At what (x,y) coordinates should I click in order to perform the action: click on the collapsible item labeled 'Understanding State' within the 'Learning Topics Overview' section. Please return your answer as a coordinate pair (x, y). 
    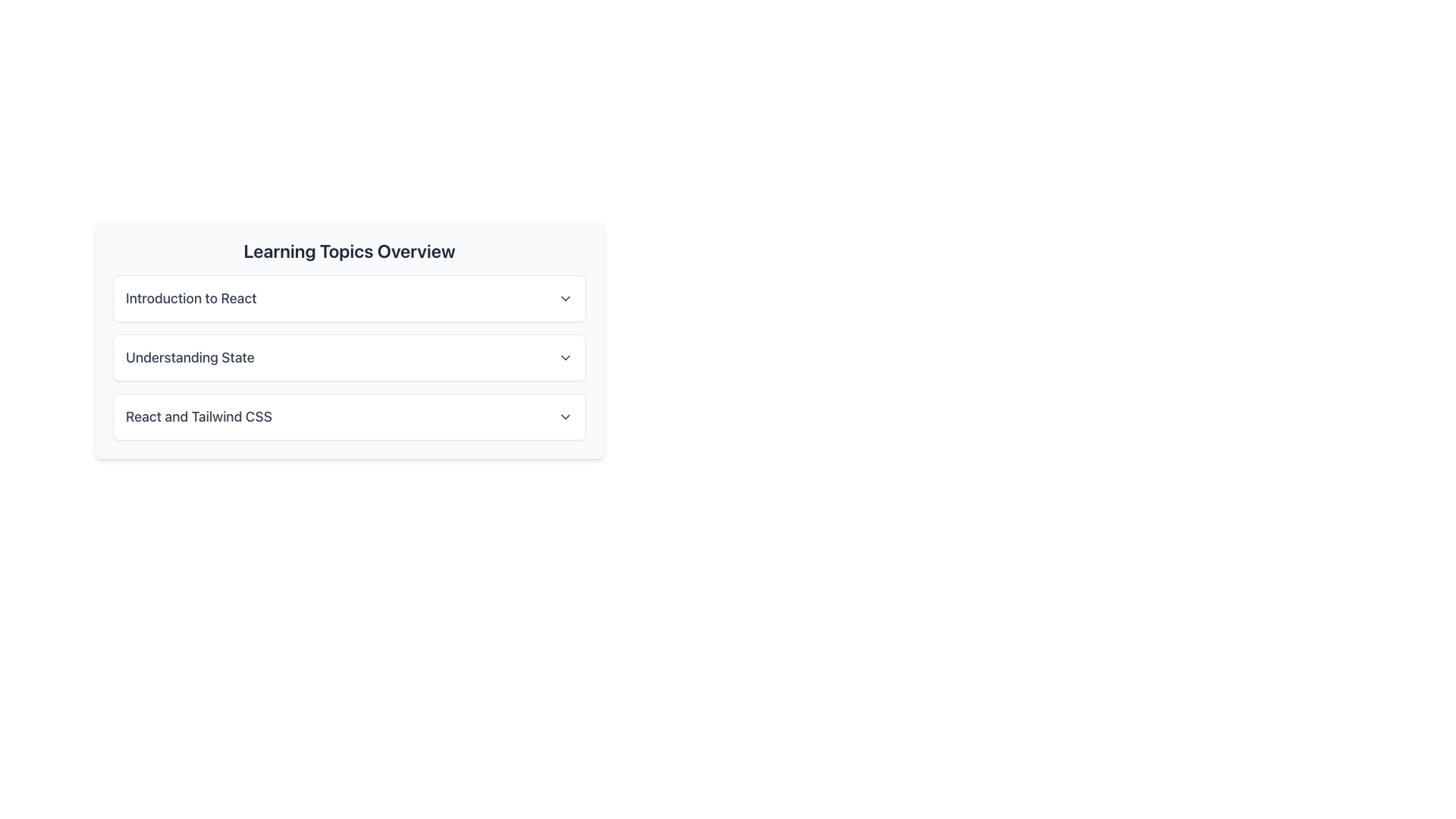
    Looking at the image, I should click on (348, 357).